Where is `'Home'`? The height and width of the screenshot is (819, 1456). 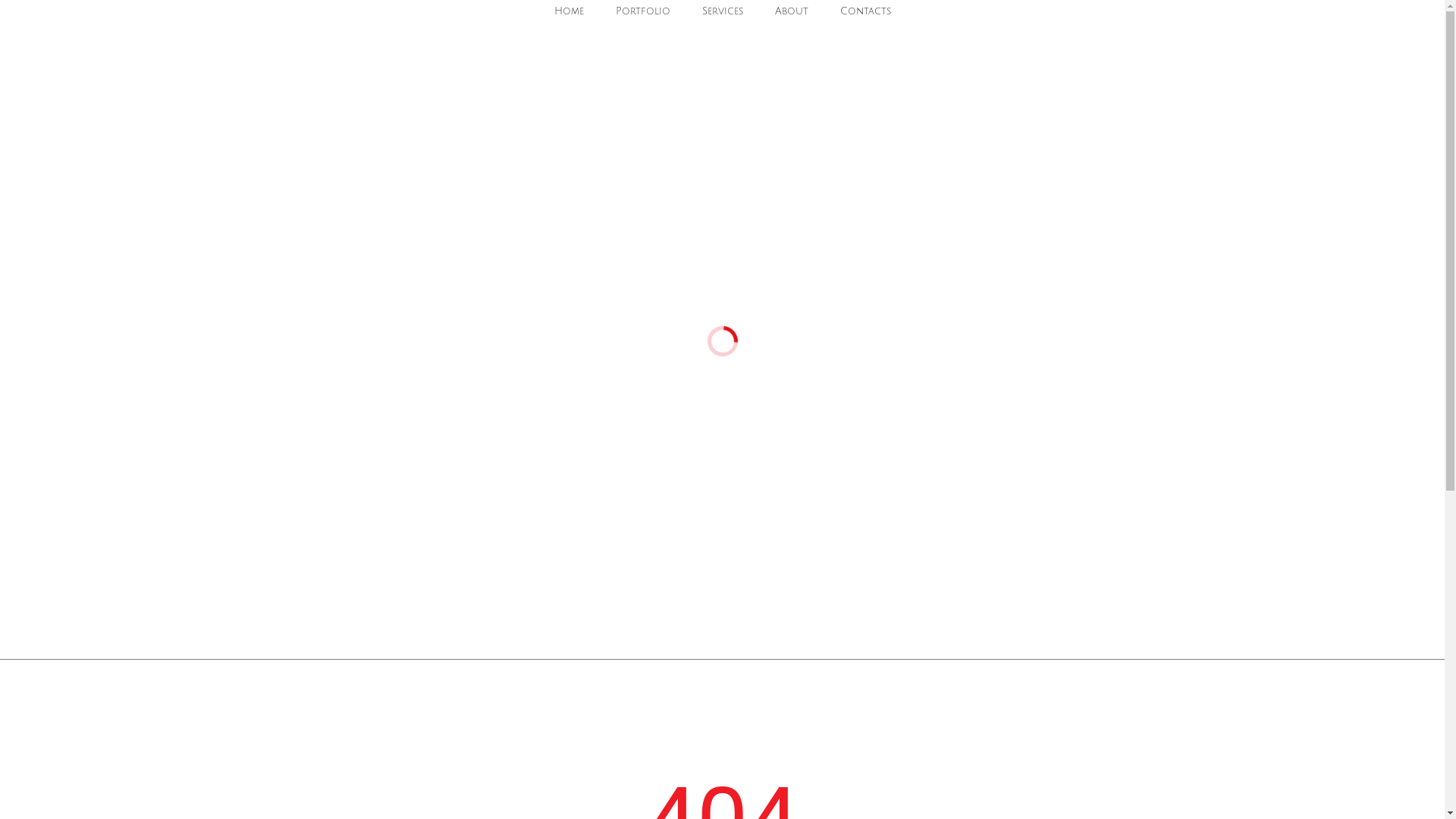 'Home' is located at coordinates (567, 11).